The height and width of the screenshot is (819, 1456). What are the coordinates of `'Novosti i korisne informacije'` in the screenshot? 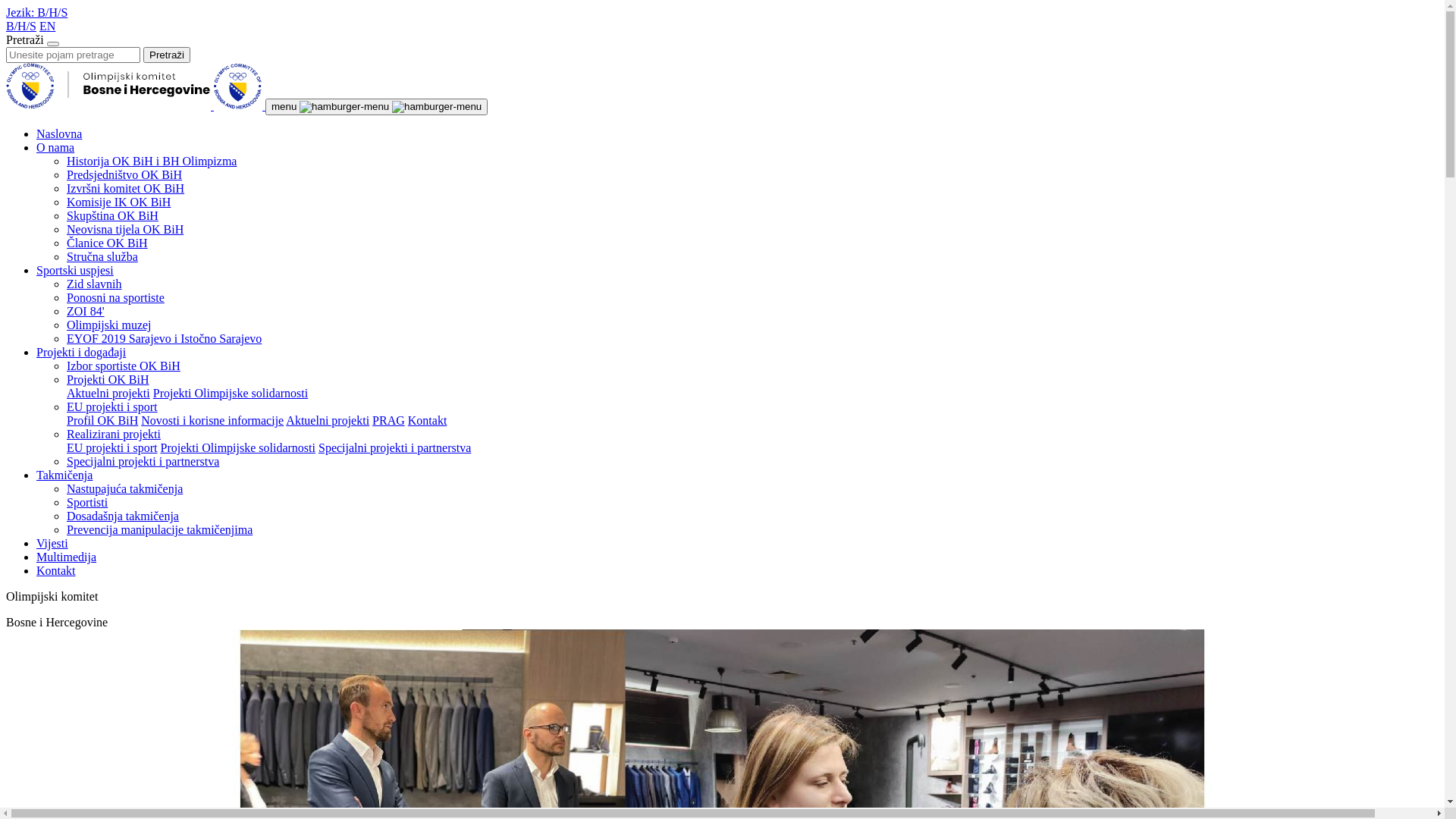 It's located at (141, 420).